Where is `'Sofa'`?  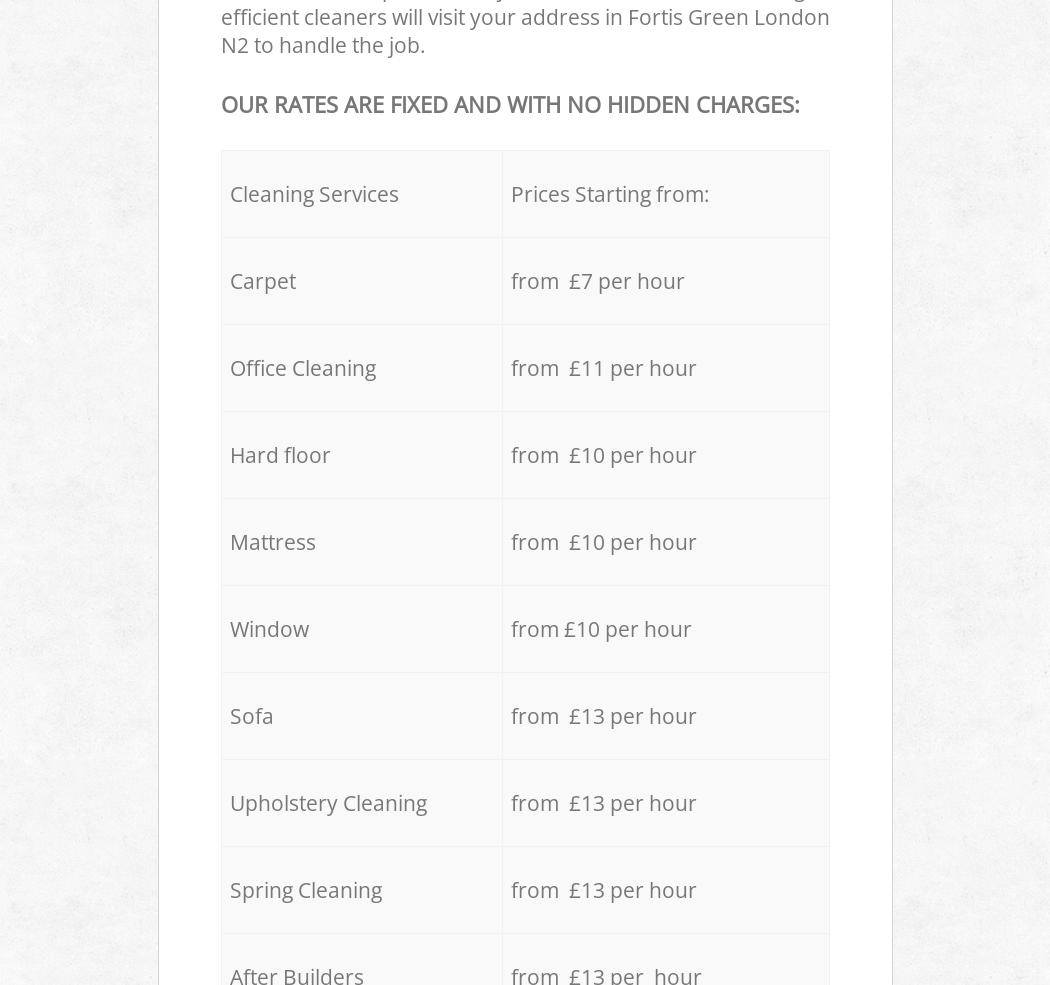 'Sofa' is located at coordinates (250, 715).